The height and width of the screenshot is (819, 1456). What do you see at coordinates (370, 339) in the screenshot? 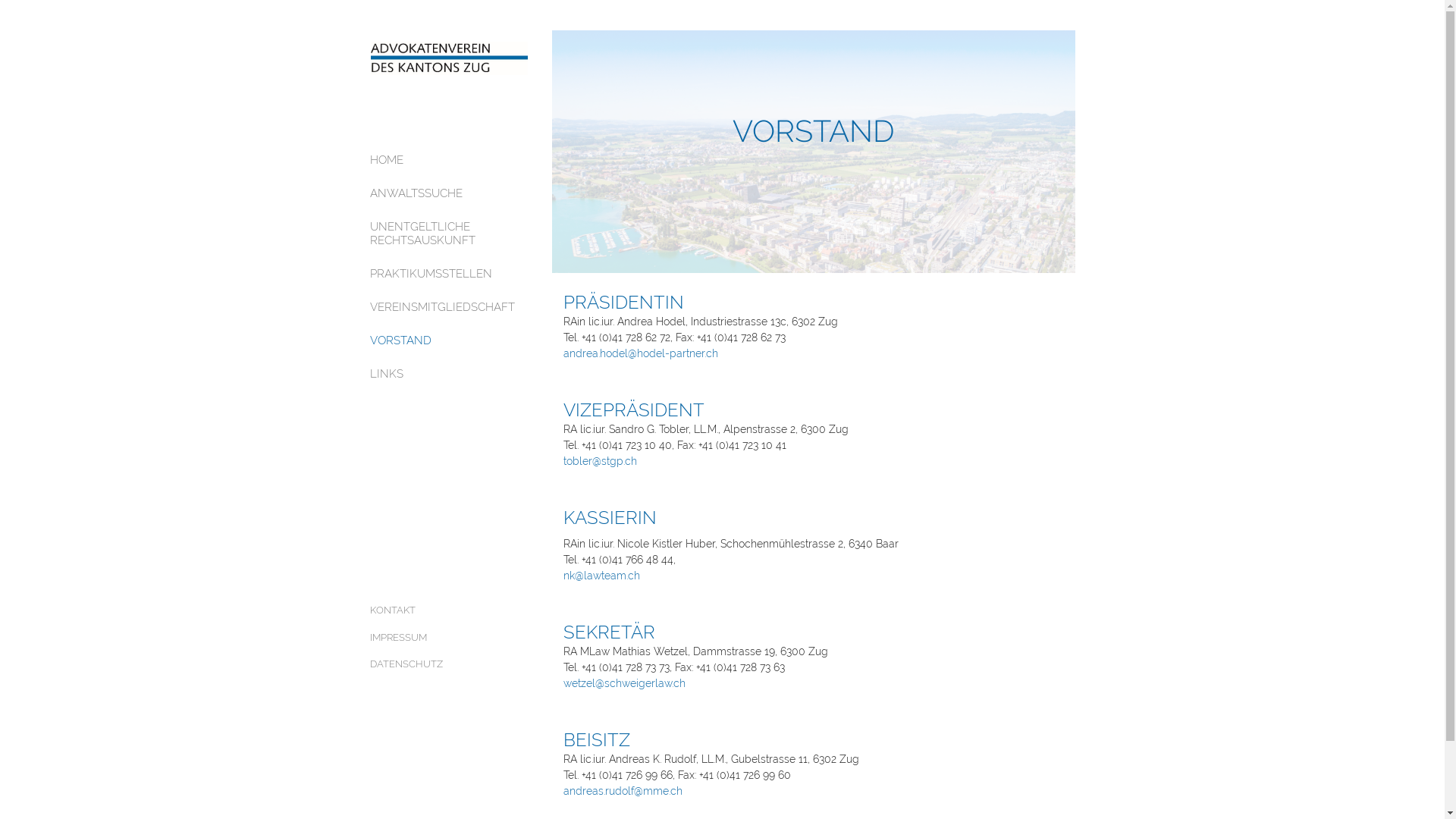
I see `'VORSTAND'` at bounding box center [370, 339].